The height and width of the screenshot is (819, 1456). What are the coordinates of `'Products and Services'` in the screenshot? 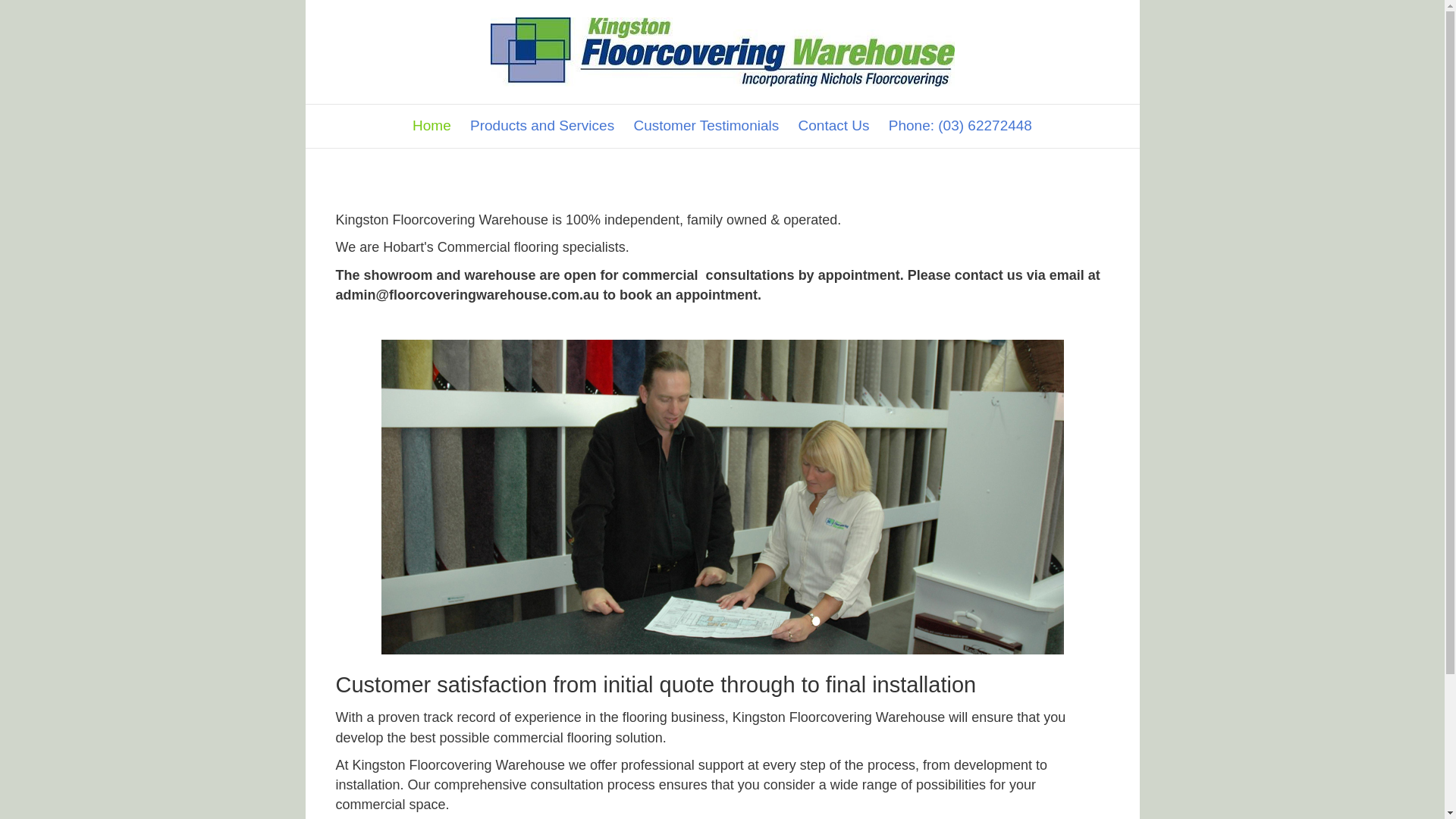 It's located at (542, 125).